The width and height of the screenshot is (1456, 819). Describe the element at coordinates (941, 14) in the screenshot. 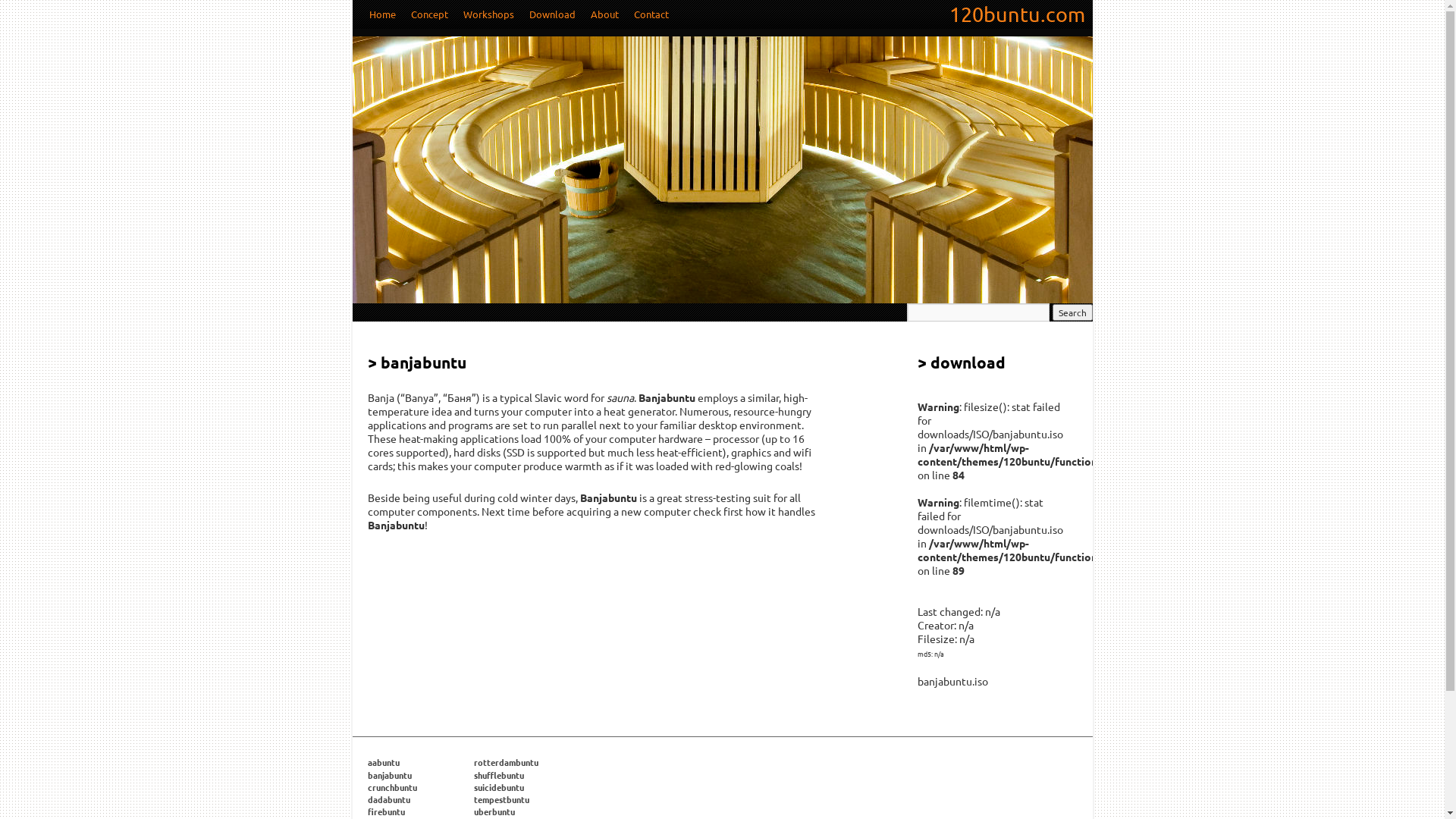

I see `'120buntu.com'` at that location.